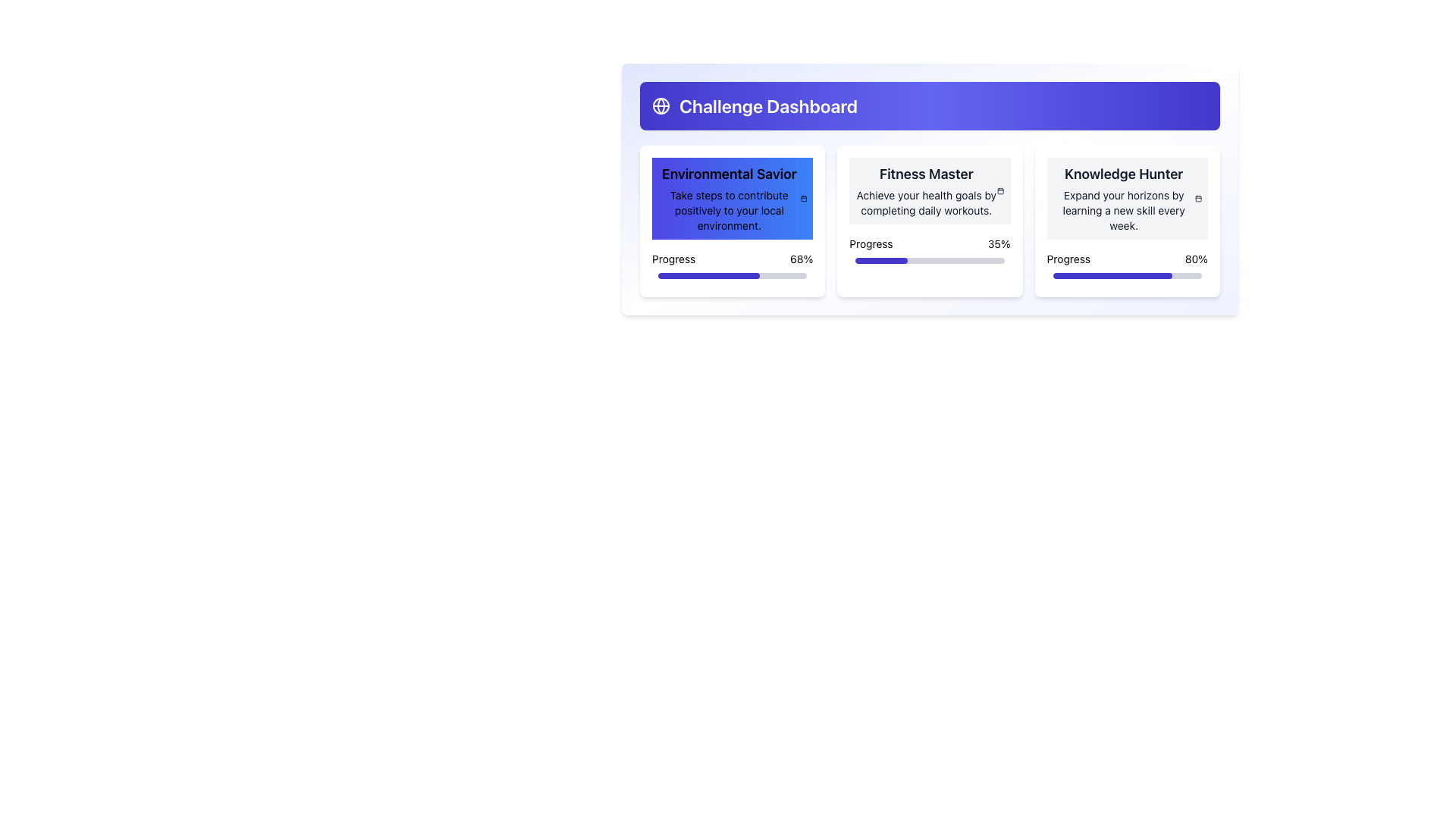  What do you see at coordinates (925, 174) in the screenshot?
I see `text label that serves as the title of the middle card in the three-card layout, which identifies the content related to fitness goals` at bounding box center [925, 174].